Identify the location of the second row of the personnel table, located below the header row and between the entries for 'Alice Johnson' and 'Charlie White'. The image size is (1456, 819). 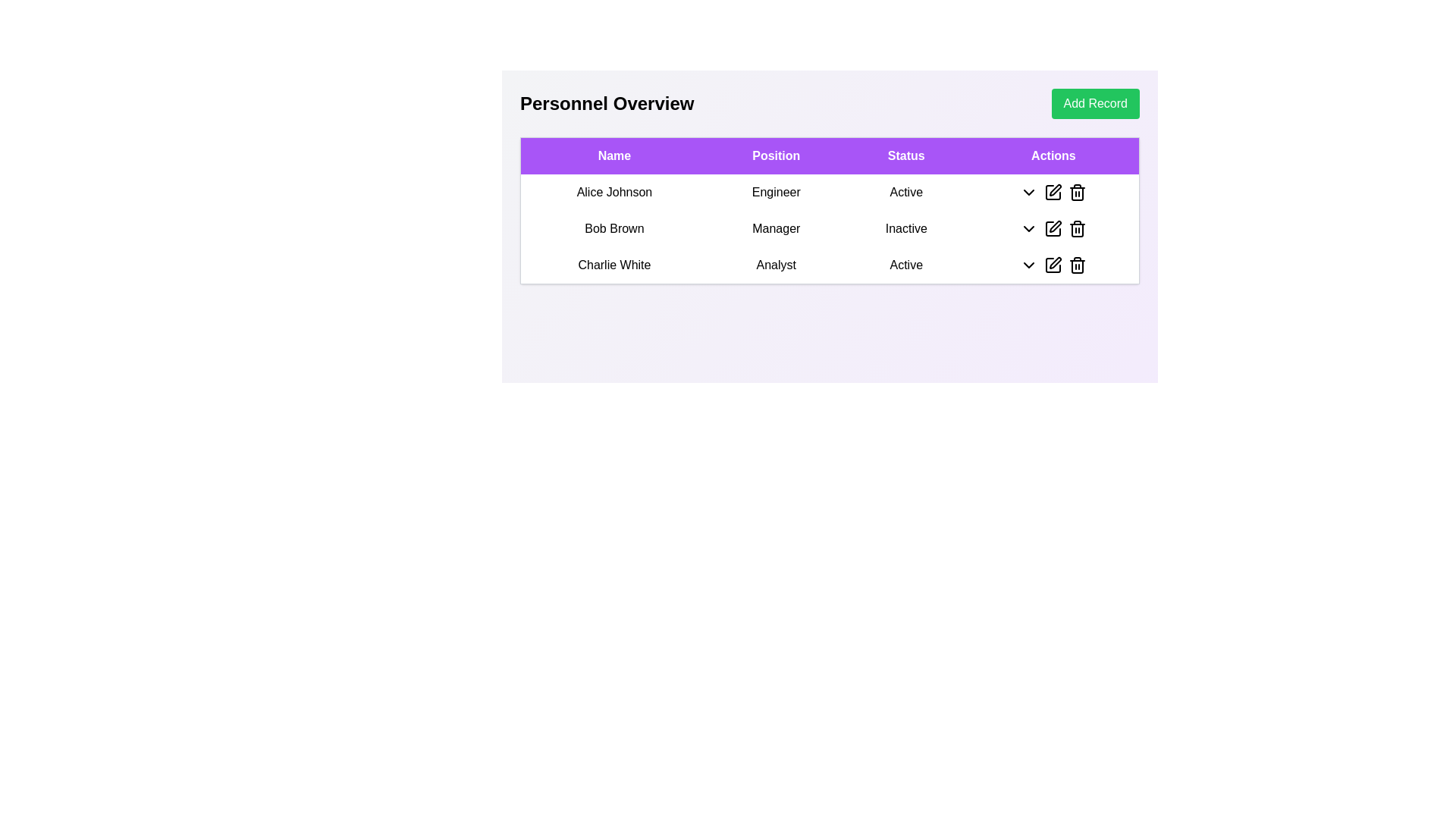
(829, 229).